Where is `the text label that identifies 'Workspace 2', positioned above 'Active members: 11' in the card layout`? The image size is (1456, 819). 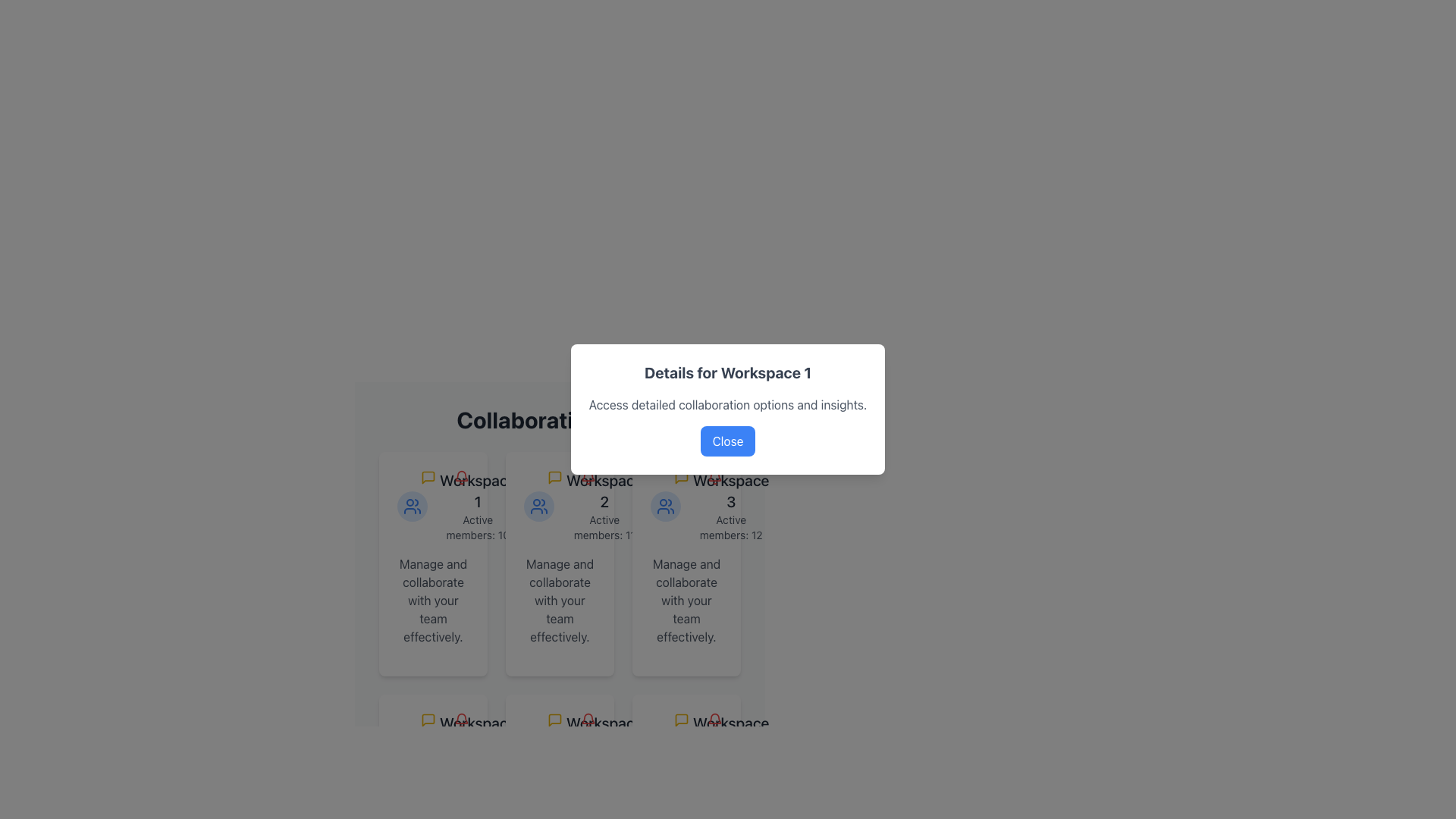 the text label that identifies 'Workspace 2', positioned above 'Active members: 11' in the card layout is located at coordinates (604, 491).